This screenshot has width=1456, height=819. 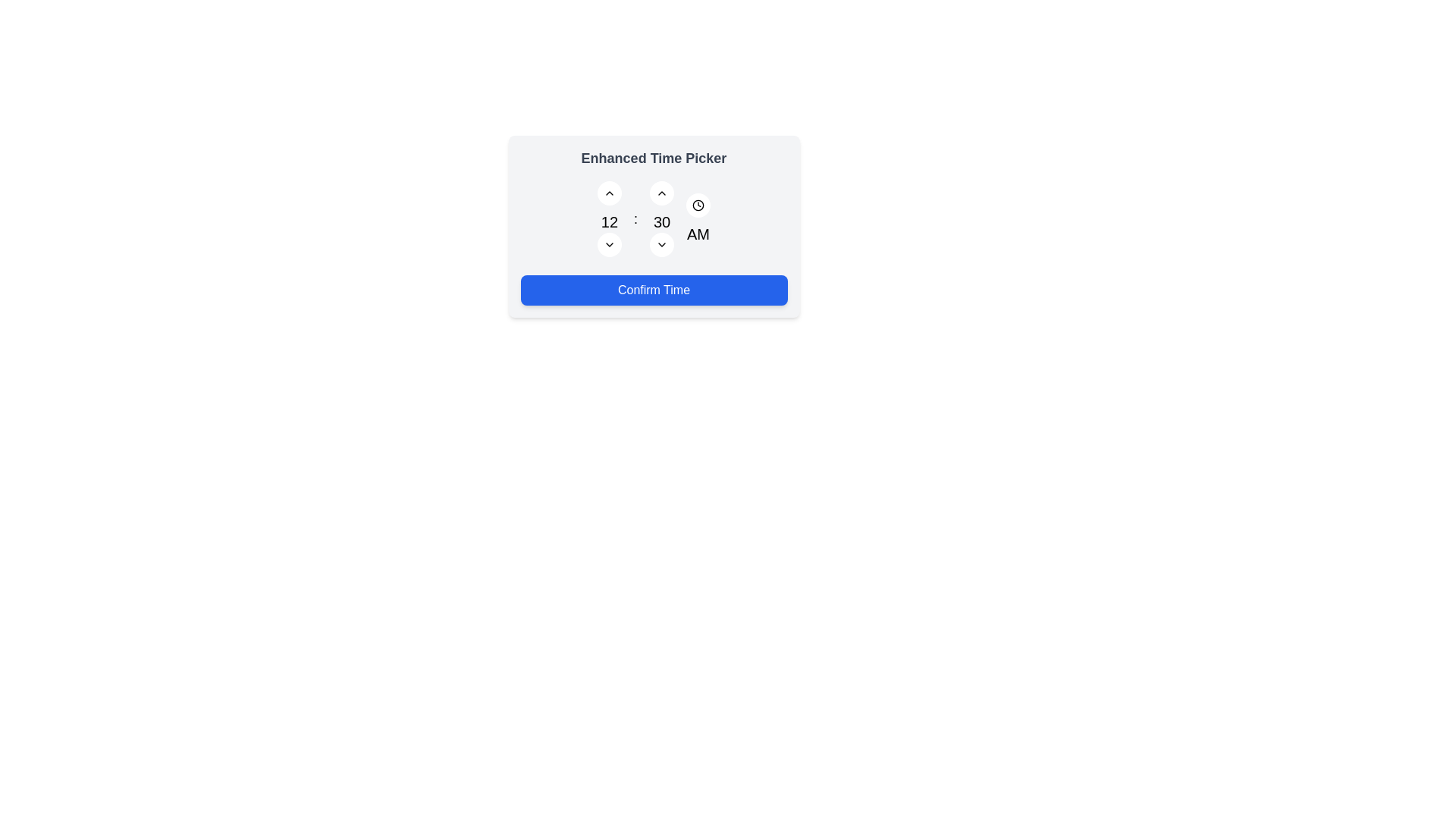 I want to click on the increment button of the minute selection control, which is located between the hour selector and the meridian selector in the time picker interface, so click(x=662, y=219).